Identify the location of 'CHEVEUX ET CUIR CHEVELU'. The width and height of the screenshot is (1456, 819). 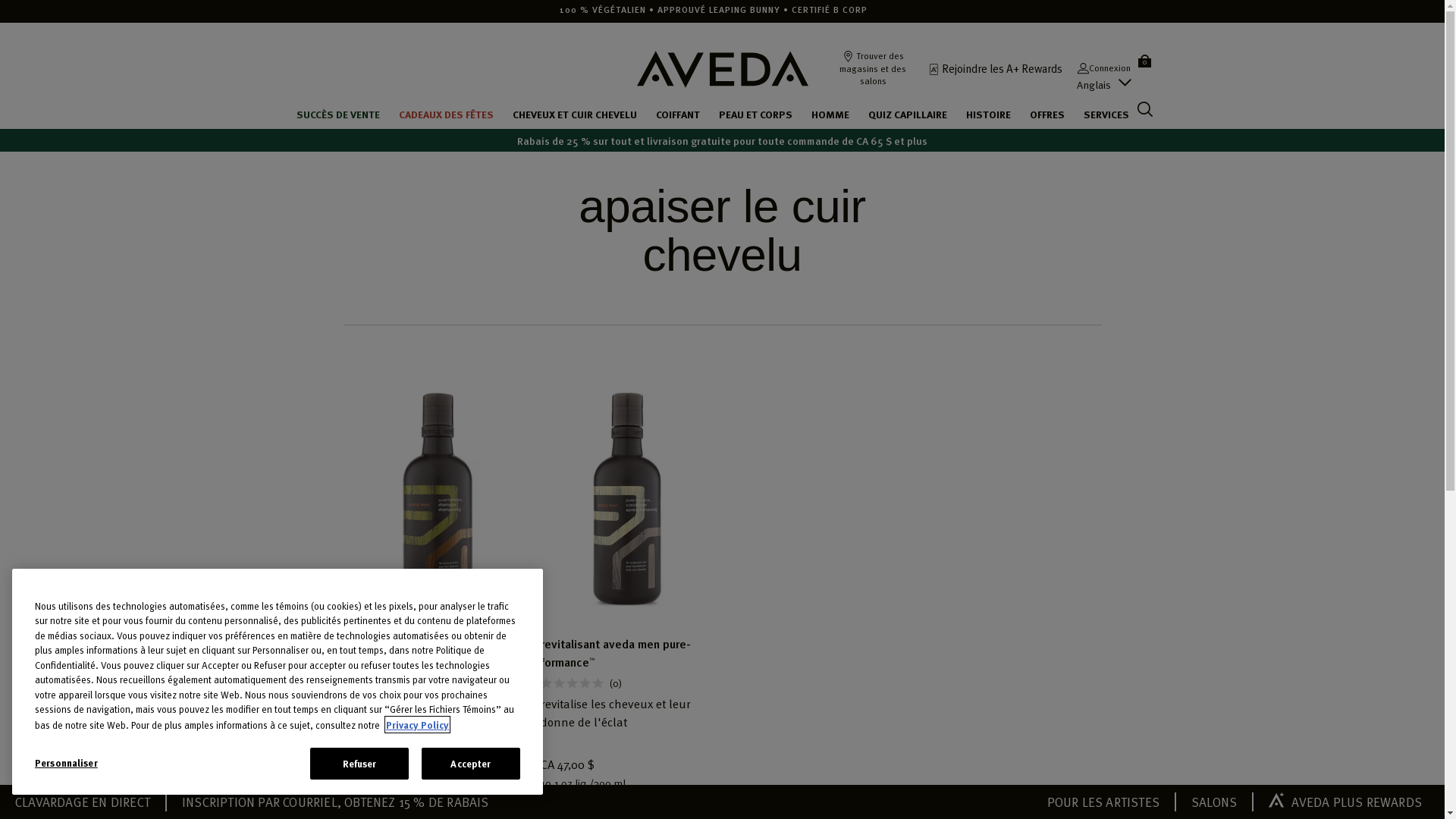
(574, 113).